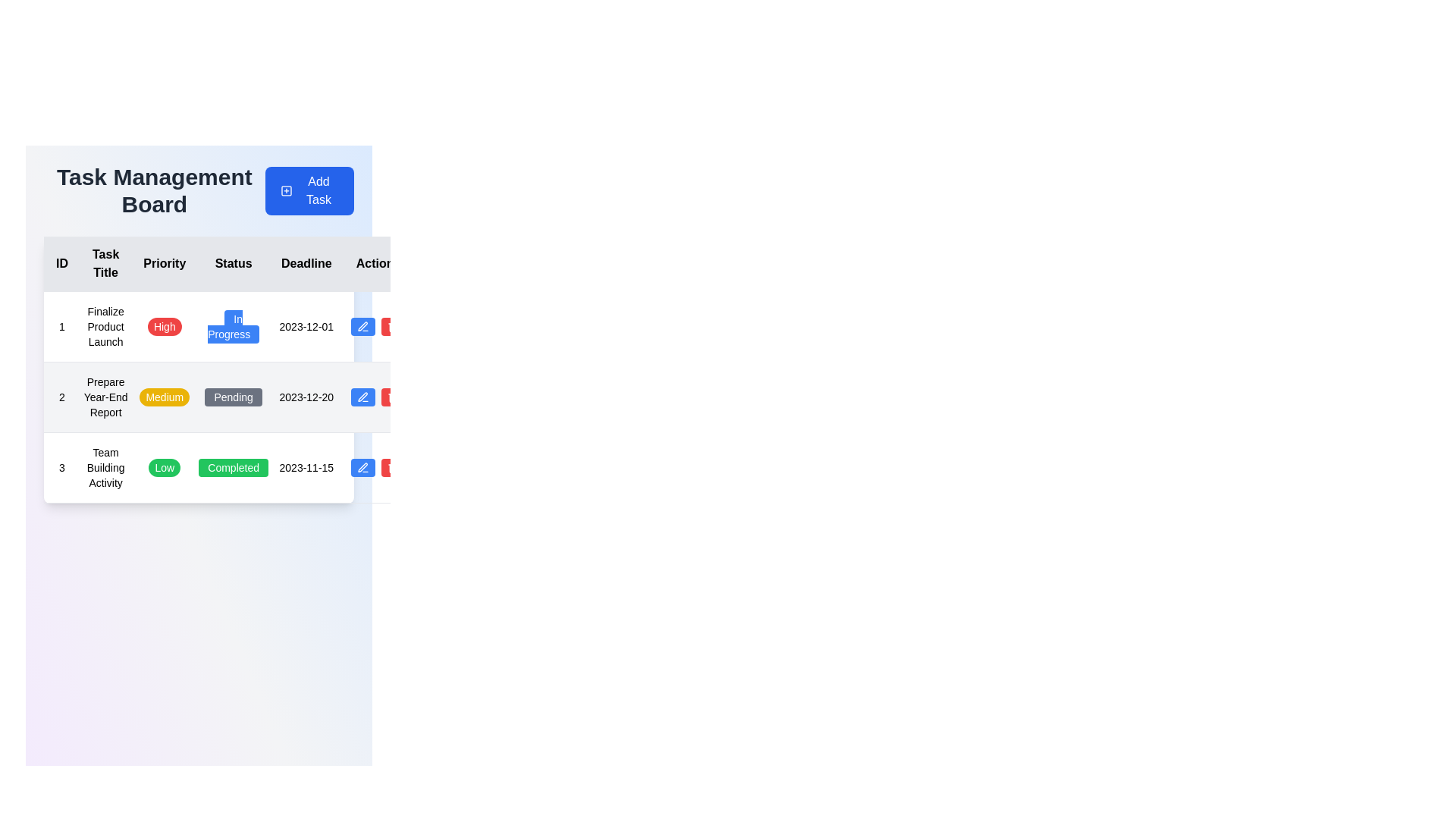  I want to click on the Separator element located in the 'Action' column under the task 'Finalize Product Launch', positioned between the blue edit button and the red delete button, so click(378, 326).